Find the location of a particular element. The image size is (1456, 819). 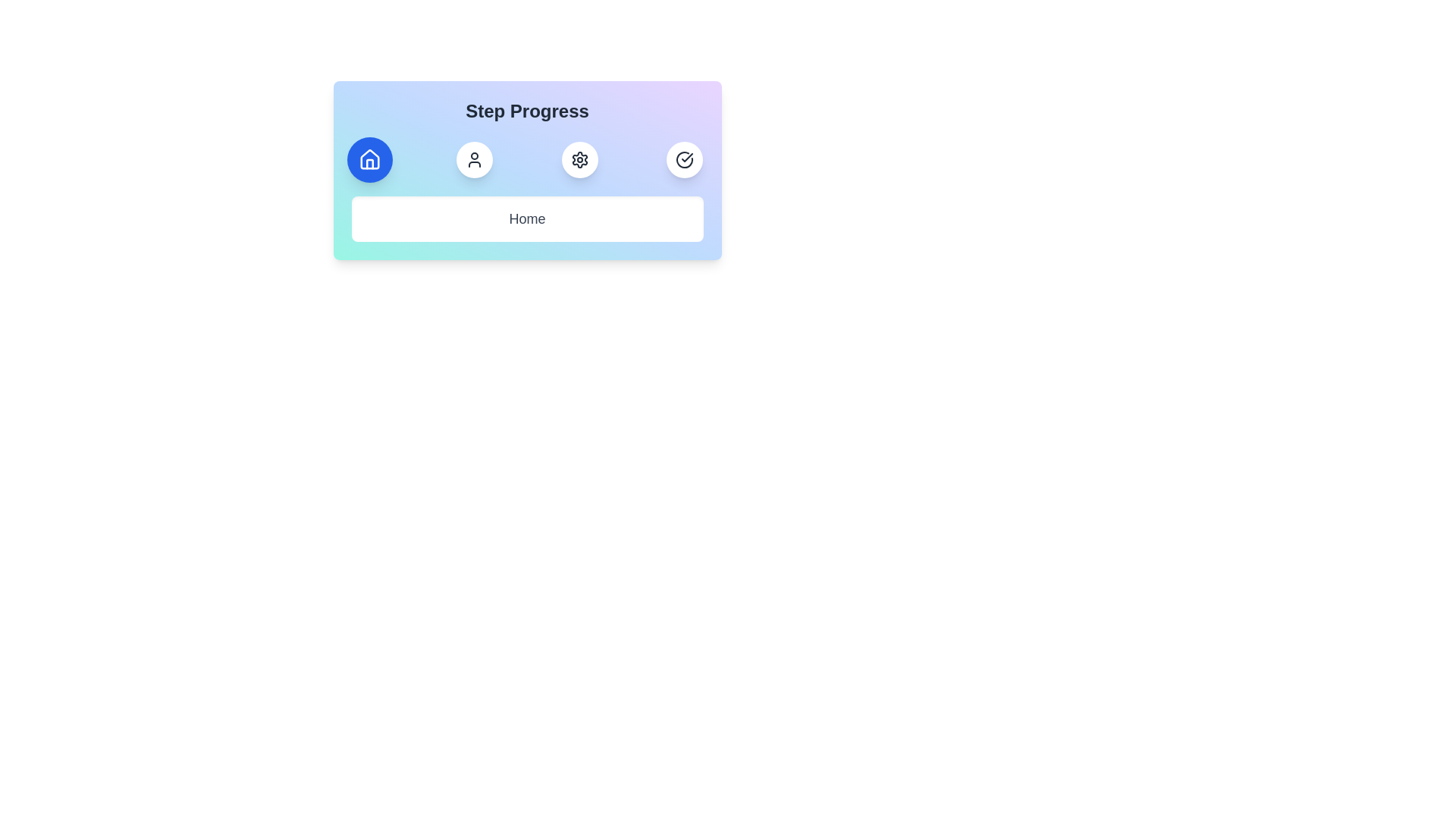

the text 'Home' in the step progress component is located at coordinates (527, 219).